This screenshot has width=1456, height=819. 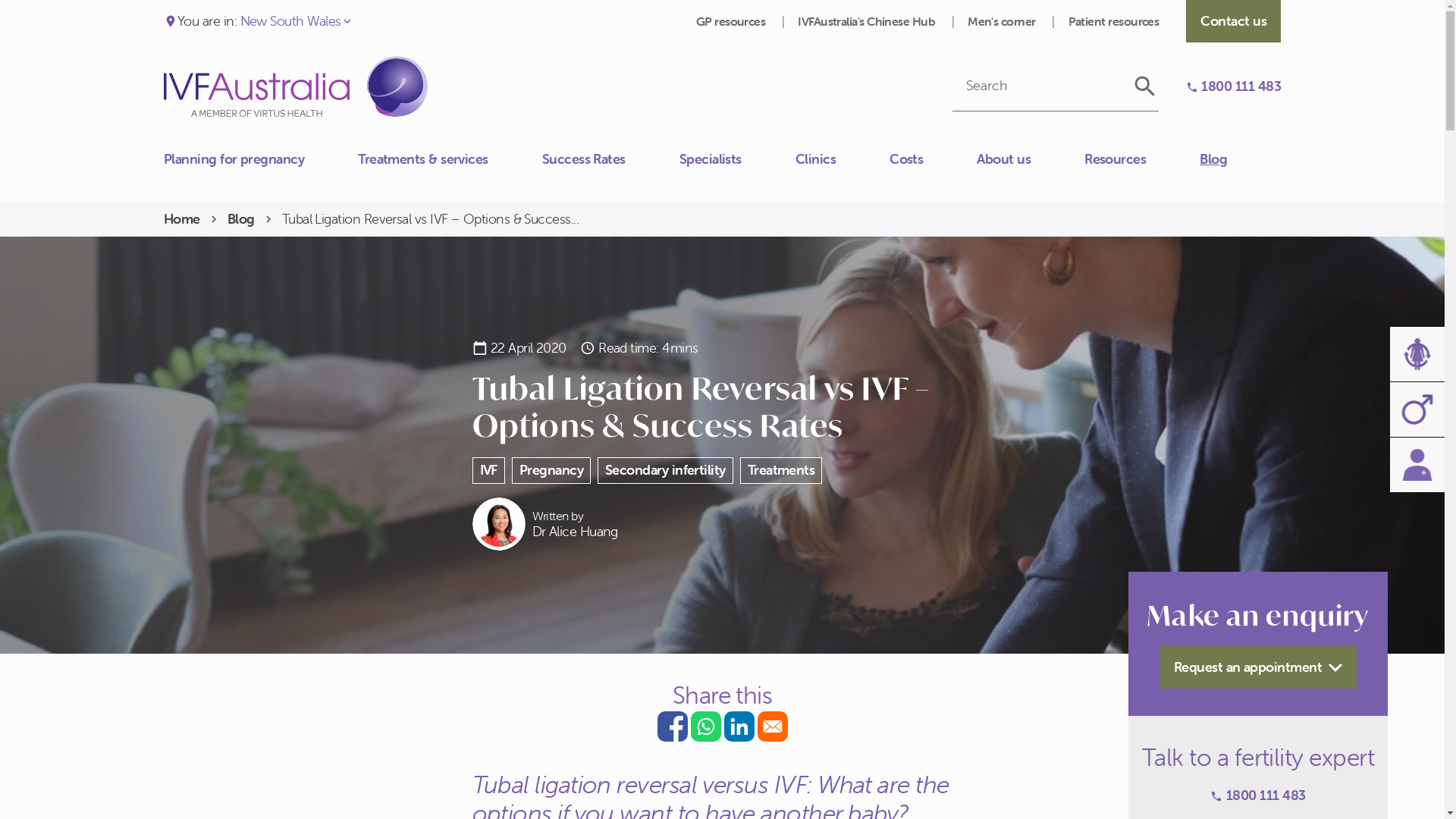 I want to click on 'Request an appointment', so click(x=1258, y=666).